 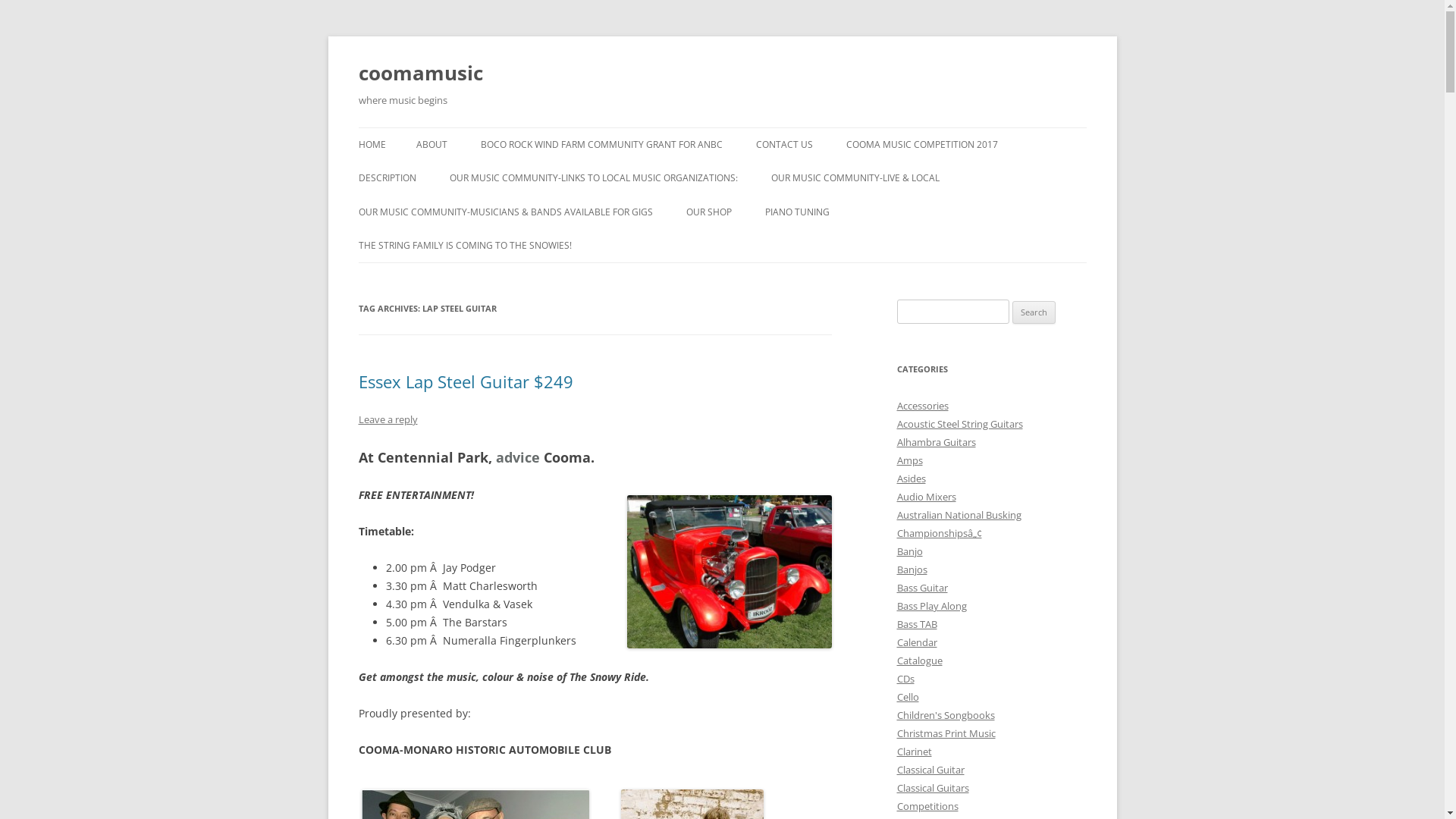 What do you see at coordinates (915, 623) in the screenshot?
I see `'Bass TAB'` at bounding box center [915, 623].